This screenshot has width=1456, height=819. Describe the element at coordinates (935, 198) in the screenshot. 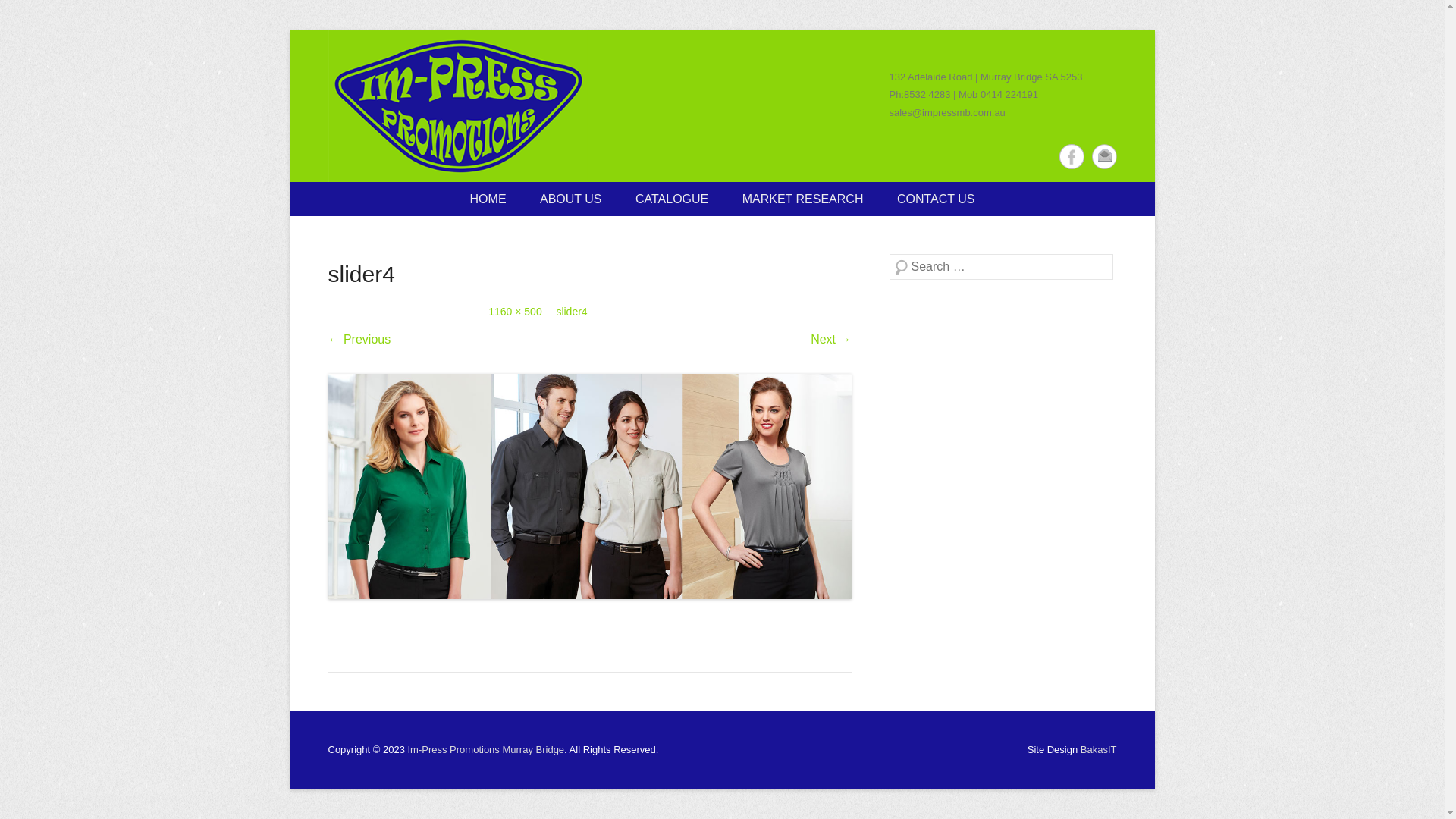

I see `'CONTACT US'` at that location.